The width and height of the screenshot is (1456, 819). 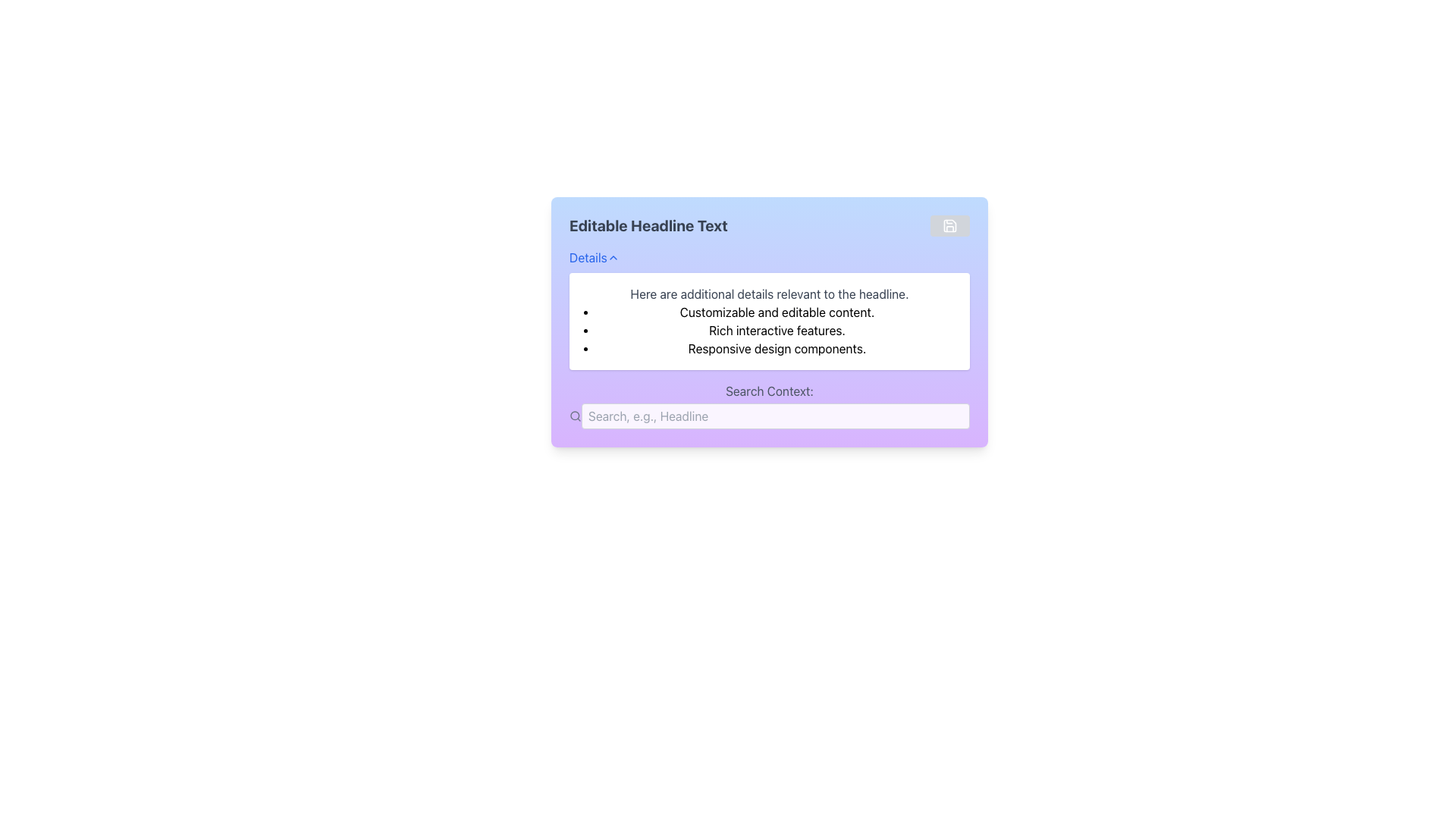 I want to click on the search icon located to the far left of the 'Search Context' input field, which indicates the search feature, so click(x=574, y=416).